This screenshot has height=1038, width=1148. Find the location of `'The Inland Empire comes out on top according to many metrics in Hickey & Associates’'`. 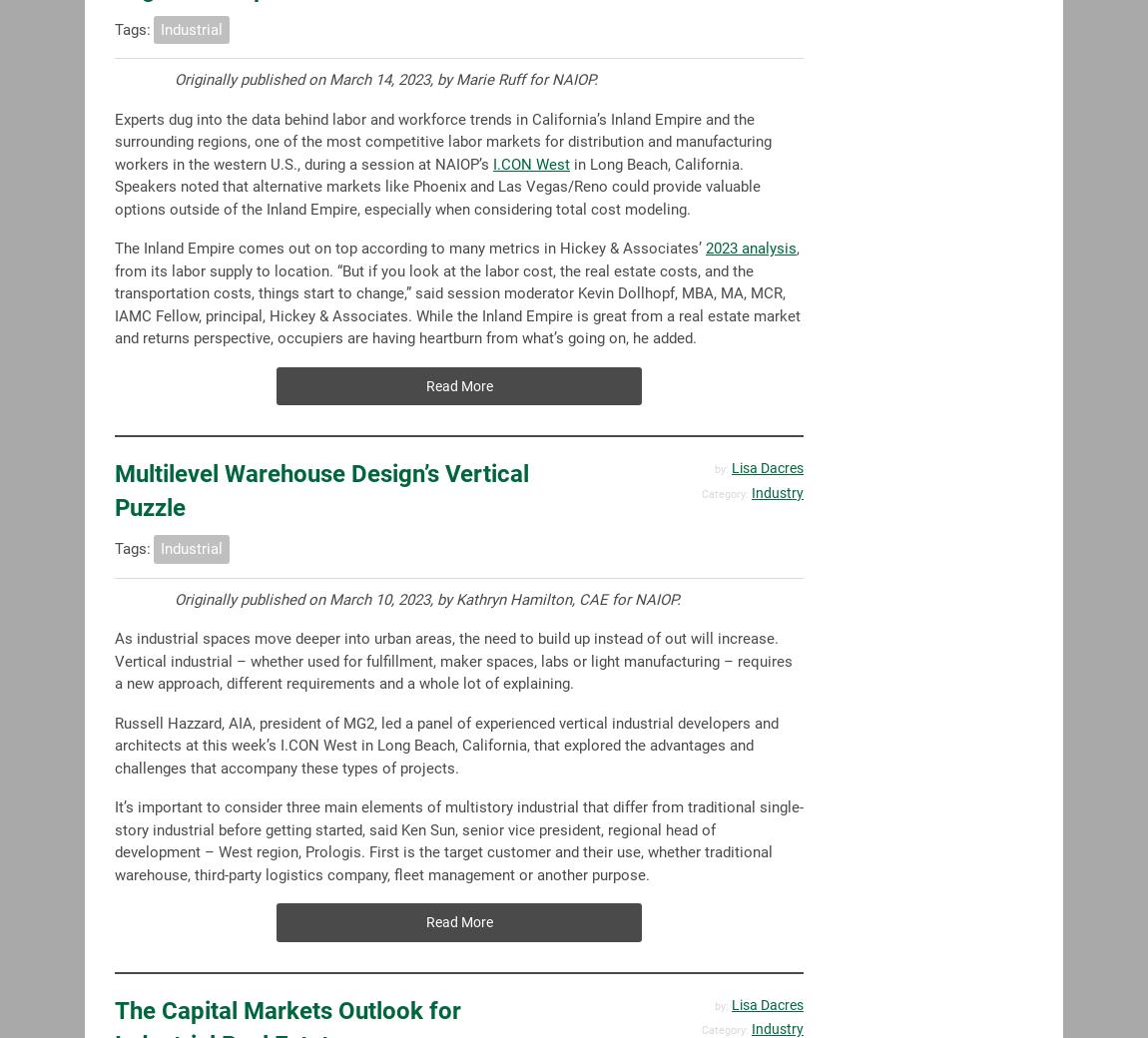

'The Inland Empire comes out on top according to many metrics in Hickey & Associates’' is located at coordinates (410, 248).